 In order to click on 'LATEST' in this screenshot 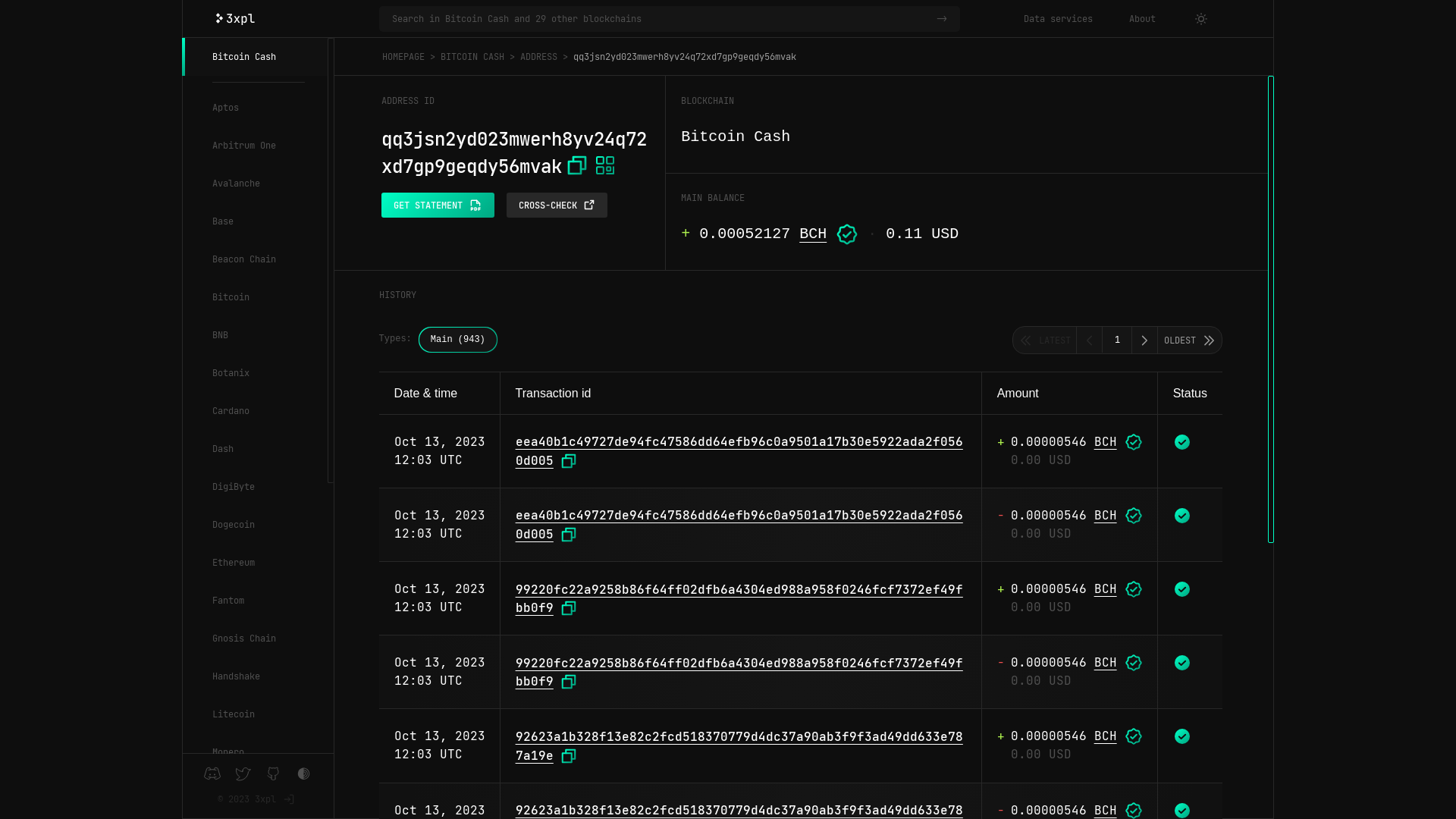, I will do `click(1043, 339)`.